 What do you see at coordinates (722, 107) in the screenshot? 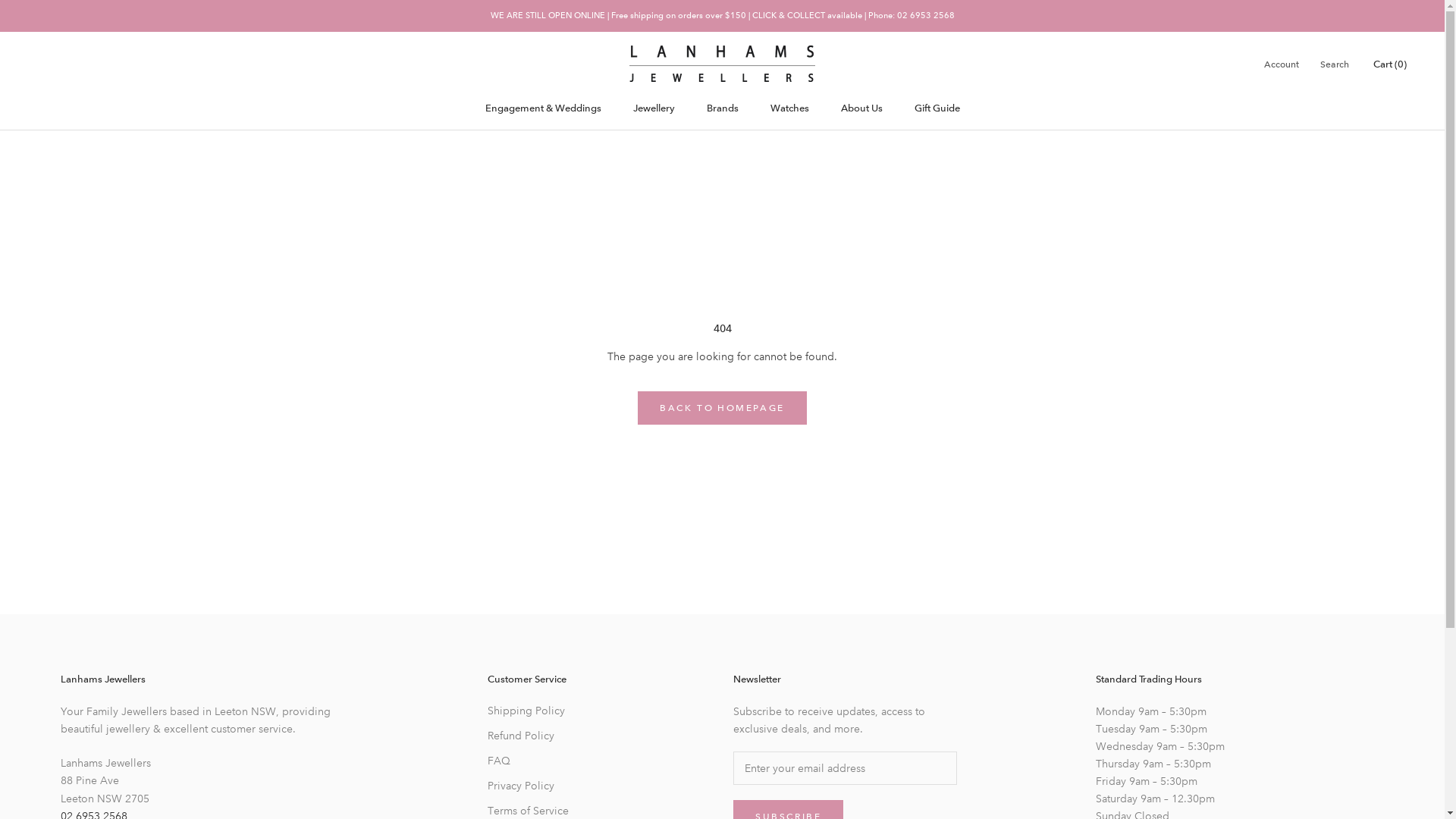
I see `'Brands` at bounding box center [722, 107].